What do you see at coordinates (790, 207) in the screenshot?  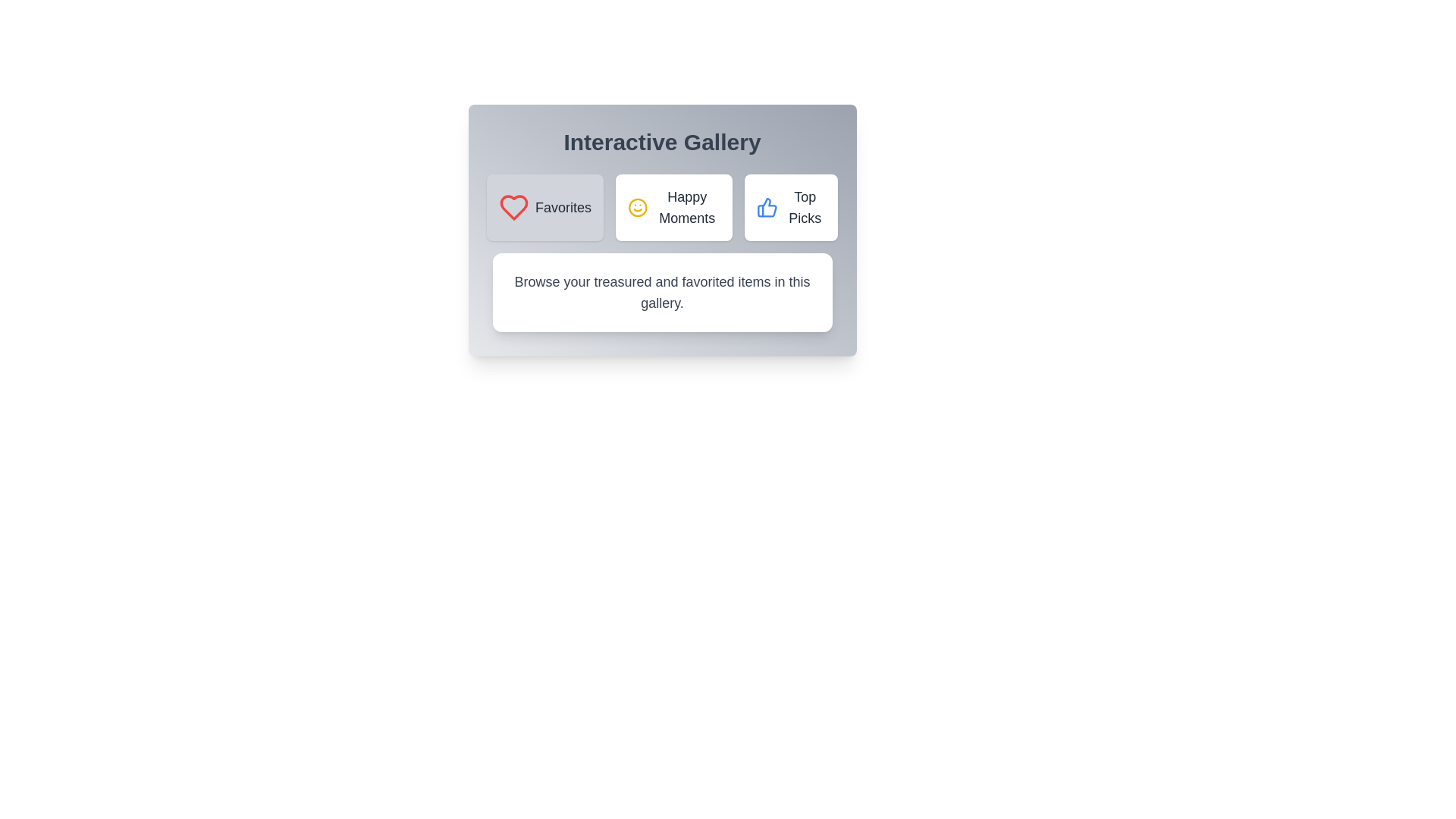 I see `the Top Picks category by clicking the respective button` at bounding box center [790, 207].